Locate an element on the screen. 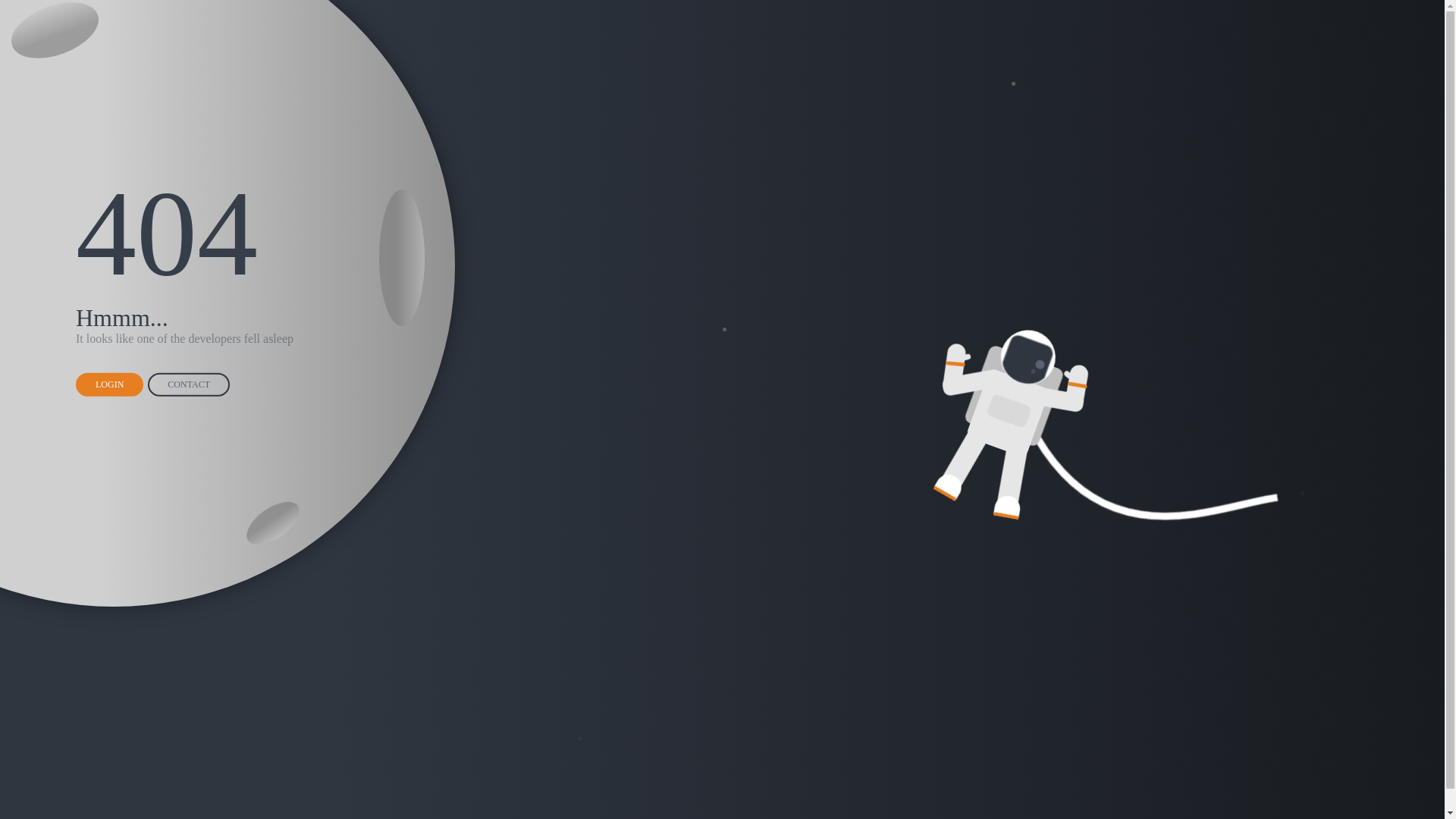  'CONTACT' is located at coordinates (148, 384).